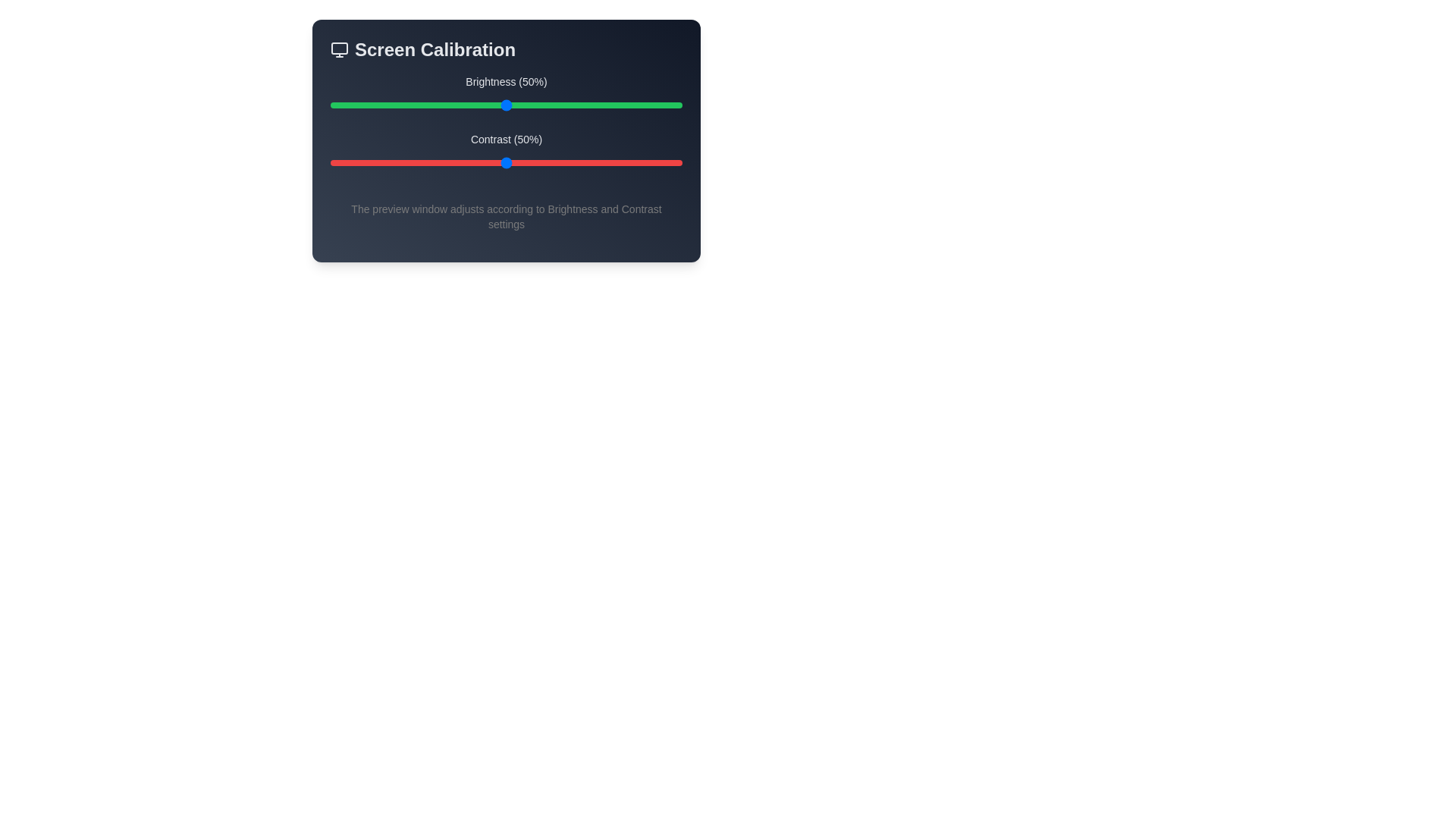  What do you see at coordinates (383, 104) in the screenshot?
I see `the brightness slider to set the brightness level to 15%` at bounding box center [383, 104].